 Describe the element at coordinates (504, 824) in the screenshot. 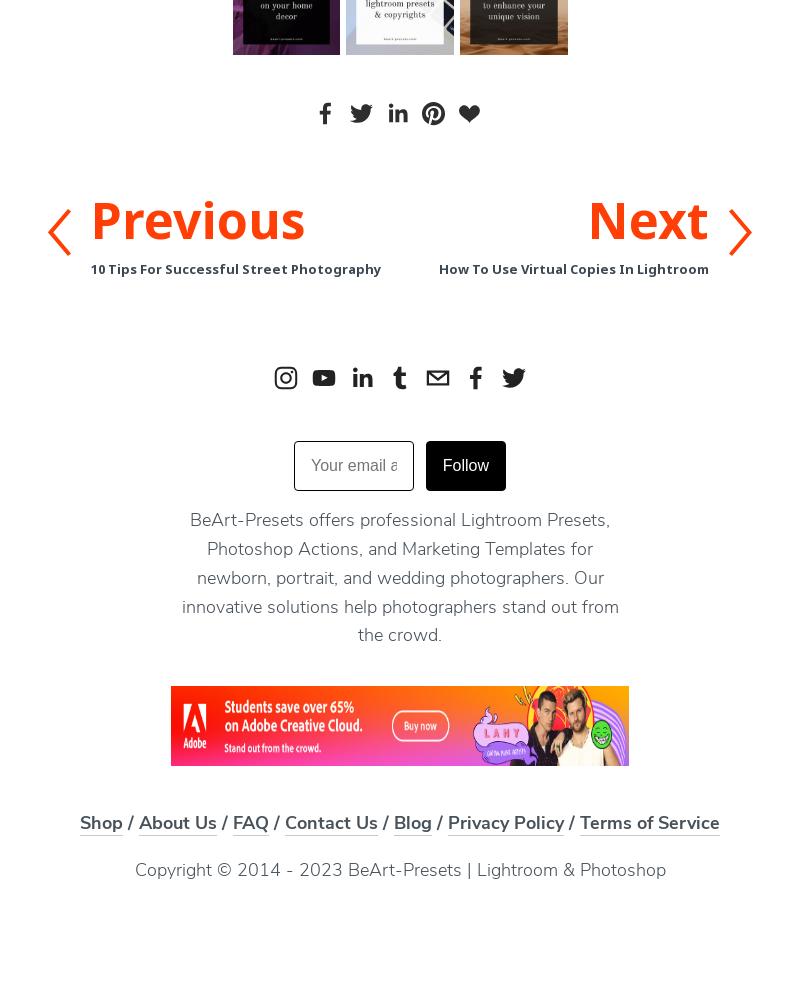

I see `'Privacy Policy'` at that location.